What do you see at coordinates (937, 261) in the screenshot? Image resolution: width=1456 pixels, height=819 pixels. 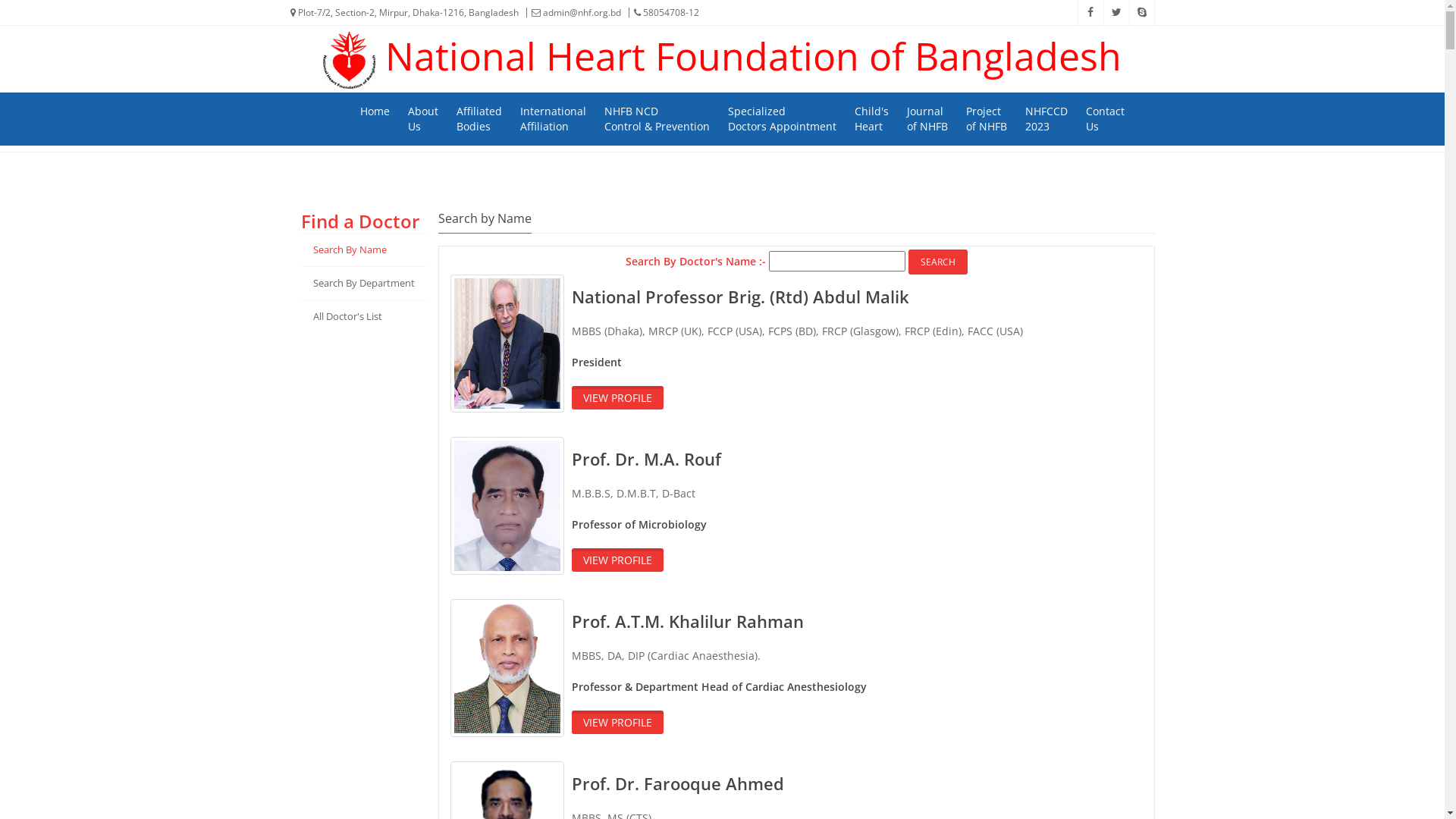 I see `'Search'` at bounding box center [937, 261].